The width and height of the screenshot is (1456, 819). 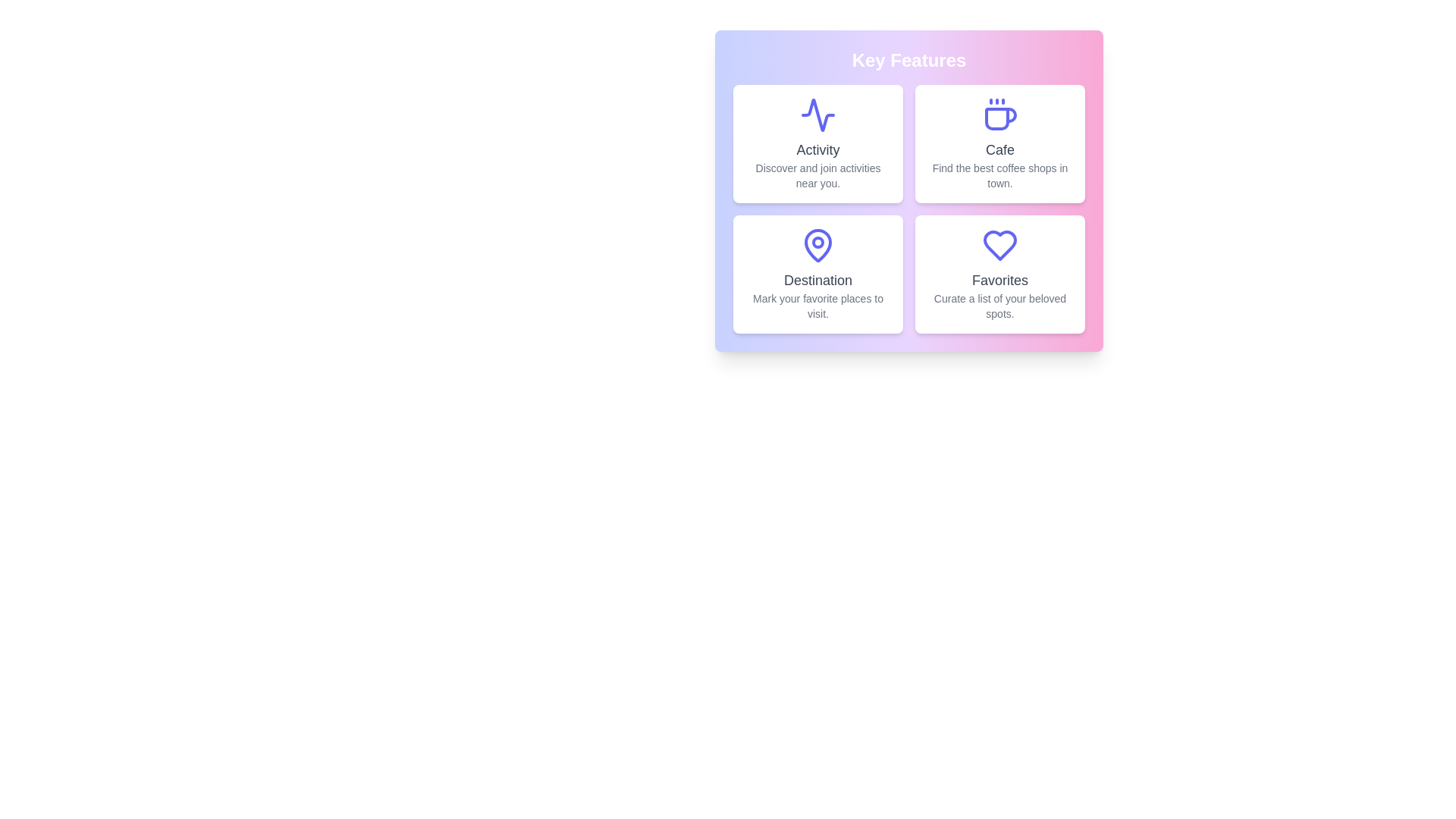 I want to click on the Favorites icon to interact with the corresponding feature, so click(x=1000, y=245).